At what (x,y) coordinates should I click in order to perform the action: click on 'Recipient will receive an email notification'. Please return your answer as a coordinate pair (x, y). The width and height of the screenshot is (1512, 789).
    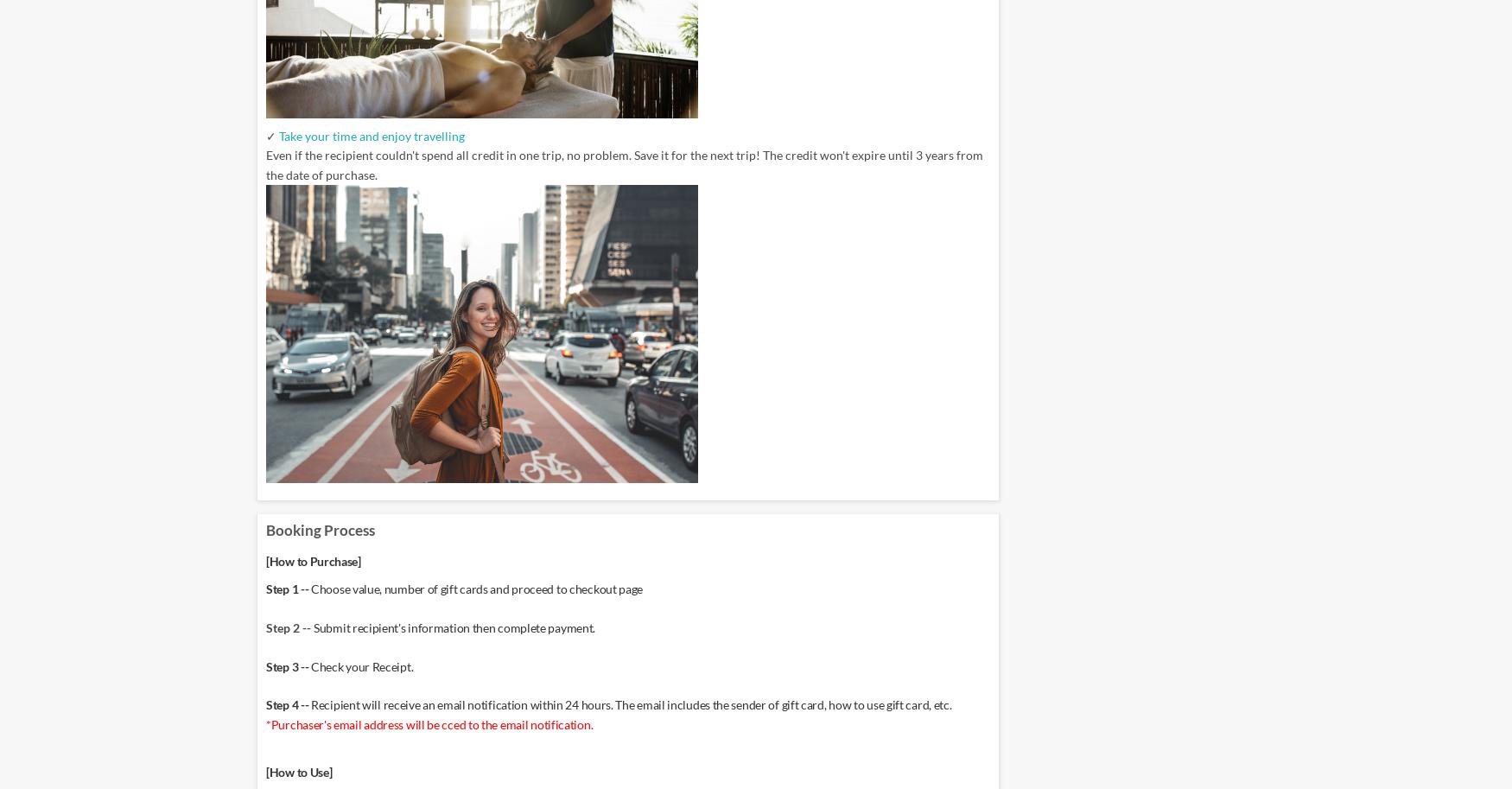
    Looking at the image, I should click on (420, 703).